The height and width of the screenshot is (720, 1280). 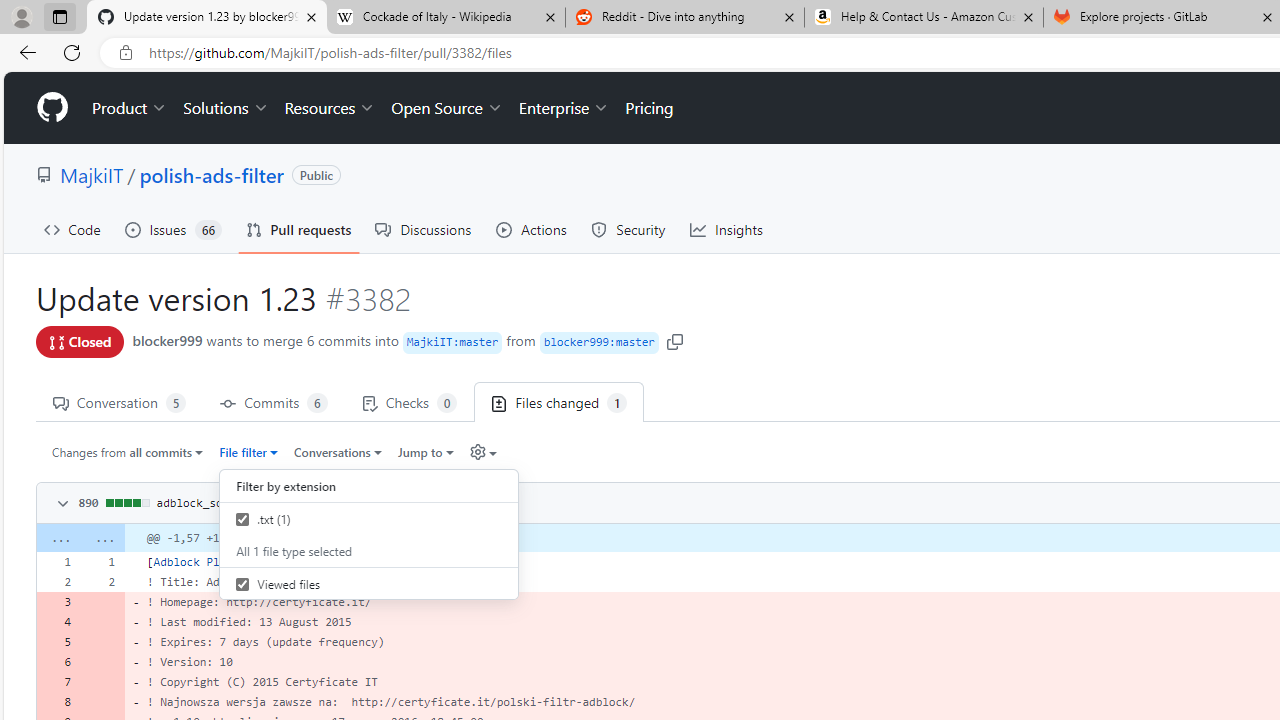 I want to click on 'Pricing', so click(x=649, y=108).